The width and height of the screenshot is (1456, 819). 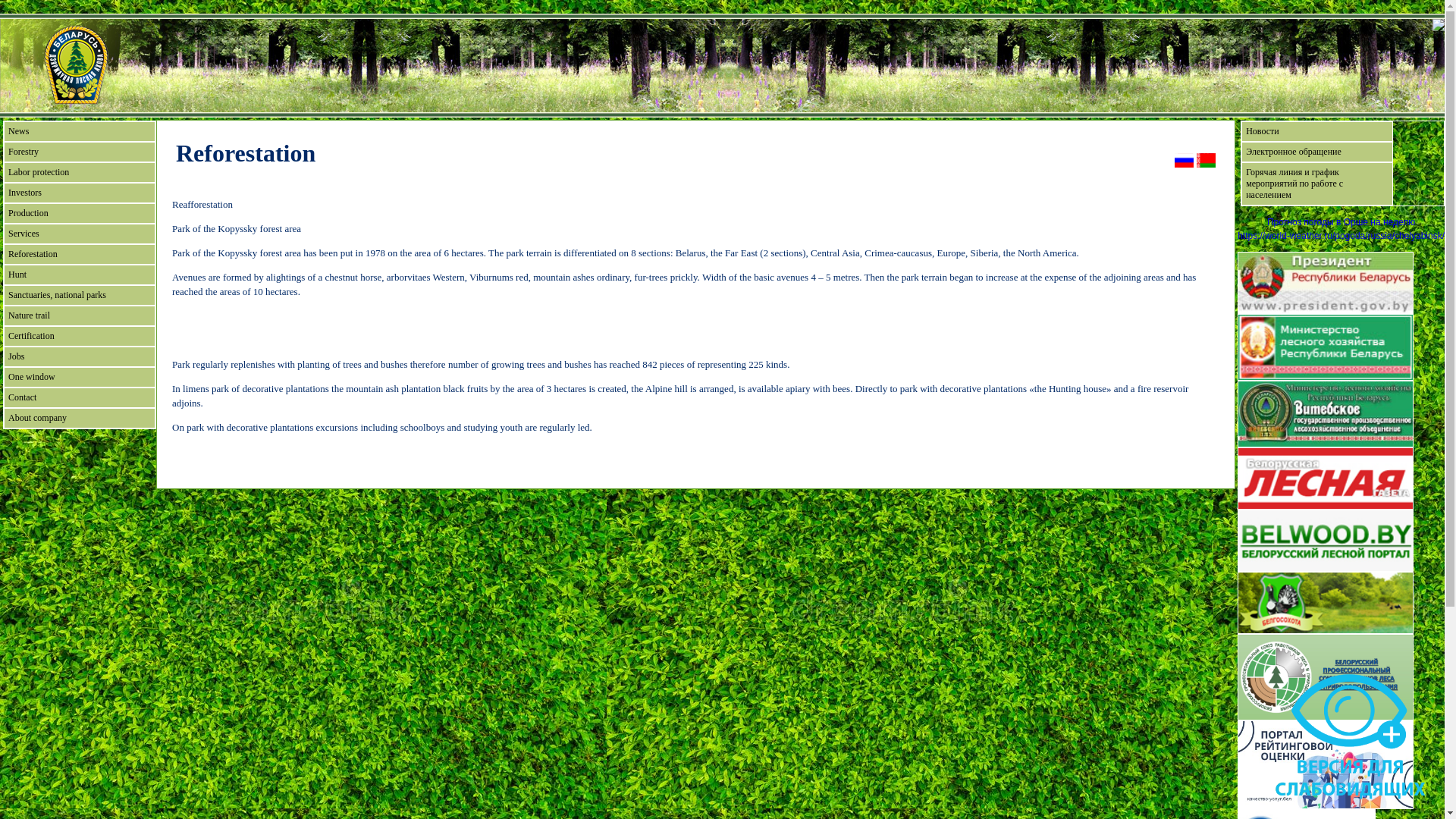 What do you see at coordinates (79, 130) in the screenshot?
I see `'News'` at bounding box center [79, 130].